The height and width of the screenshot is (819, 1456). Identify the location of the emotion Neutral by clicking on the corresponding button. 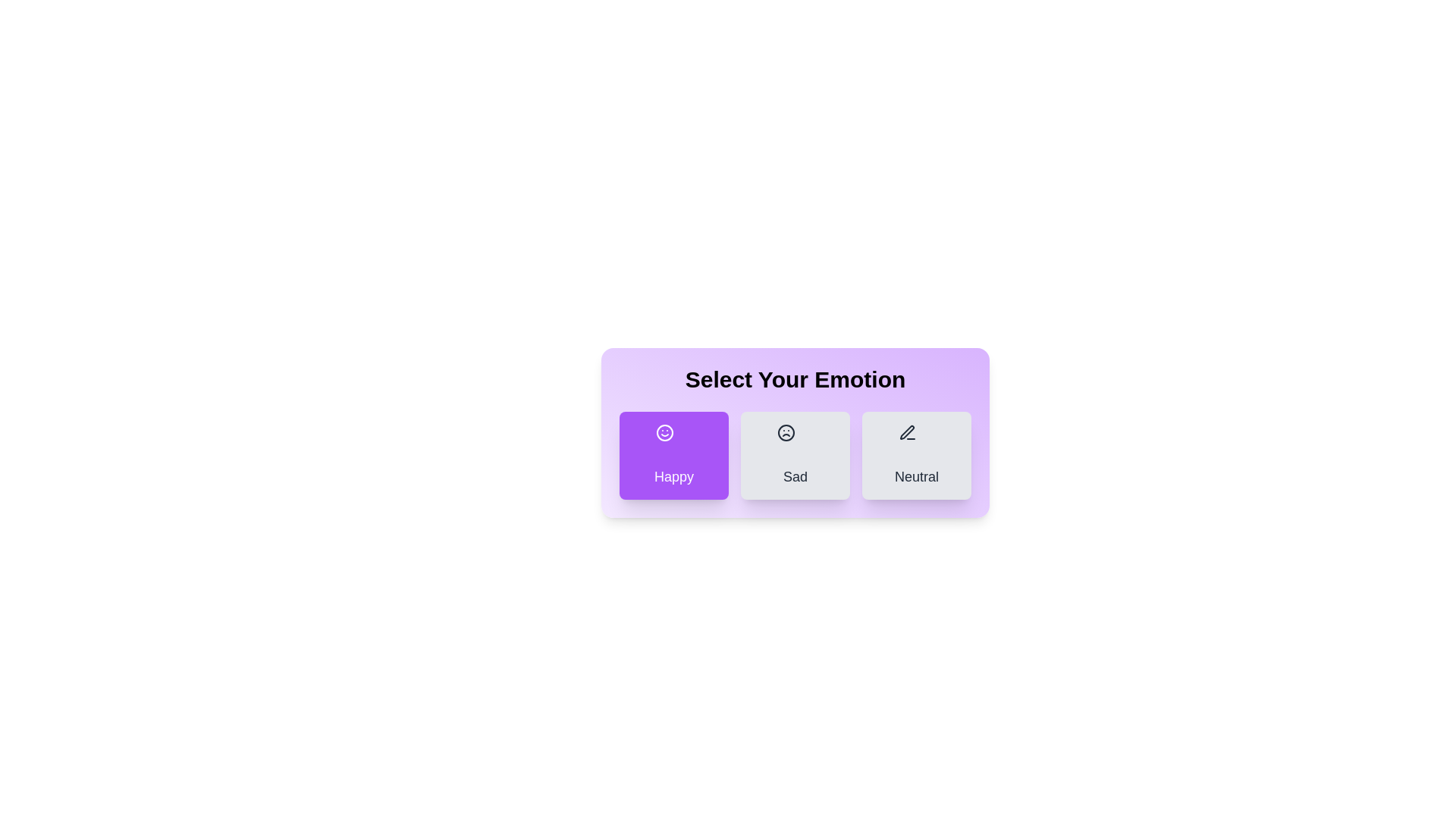
(916, 455).